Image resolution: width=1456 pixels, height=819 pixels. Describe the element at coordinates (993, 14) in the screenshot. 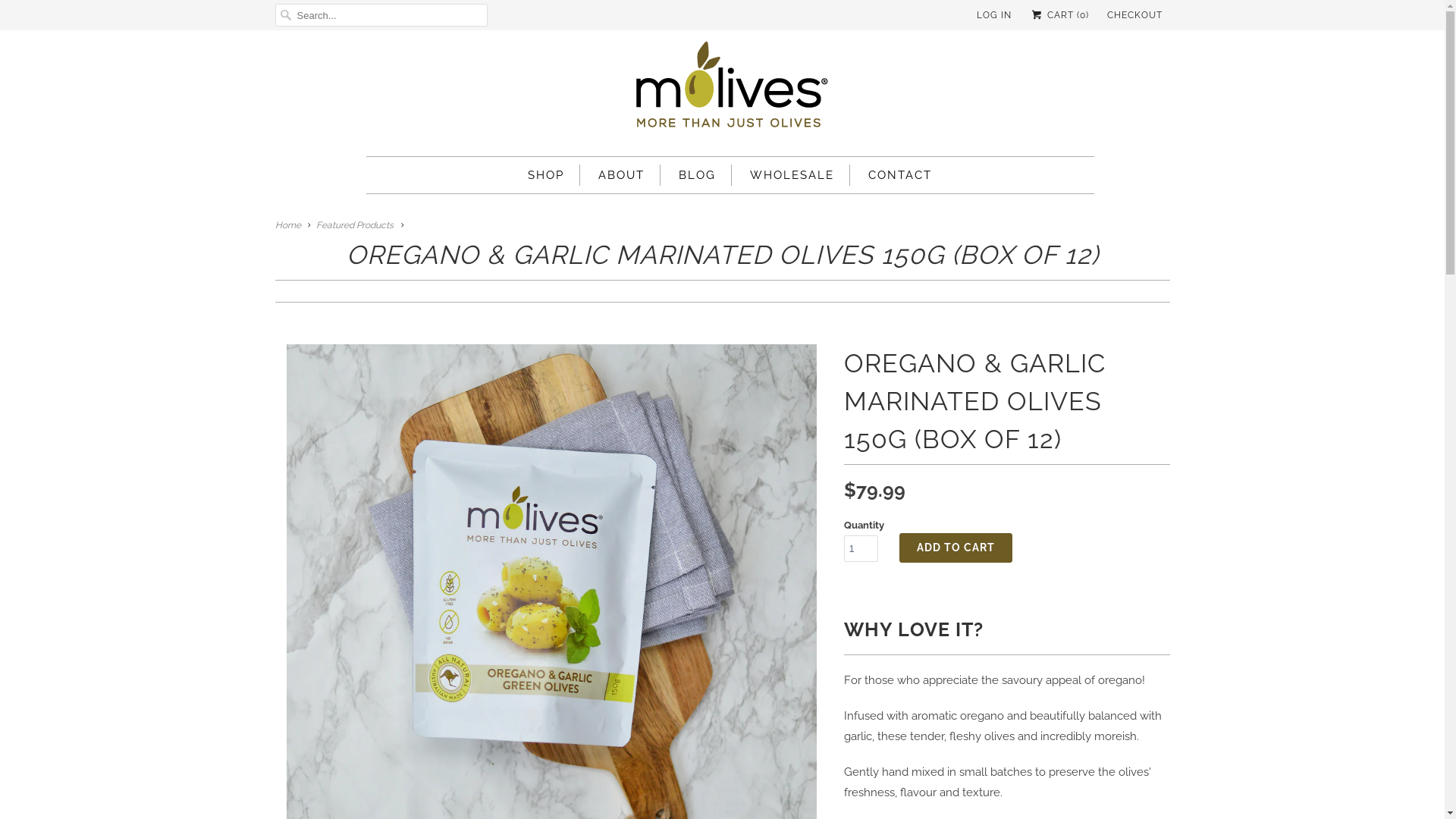

I see `'LOG IN'` at that location.